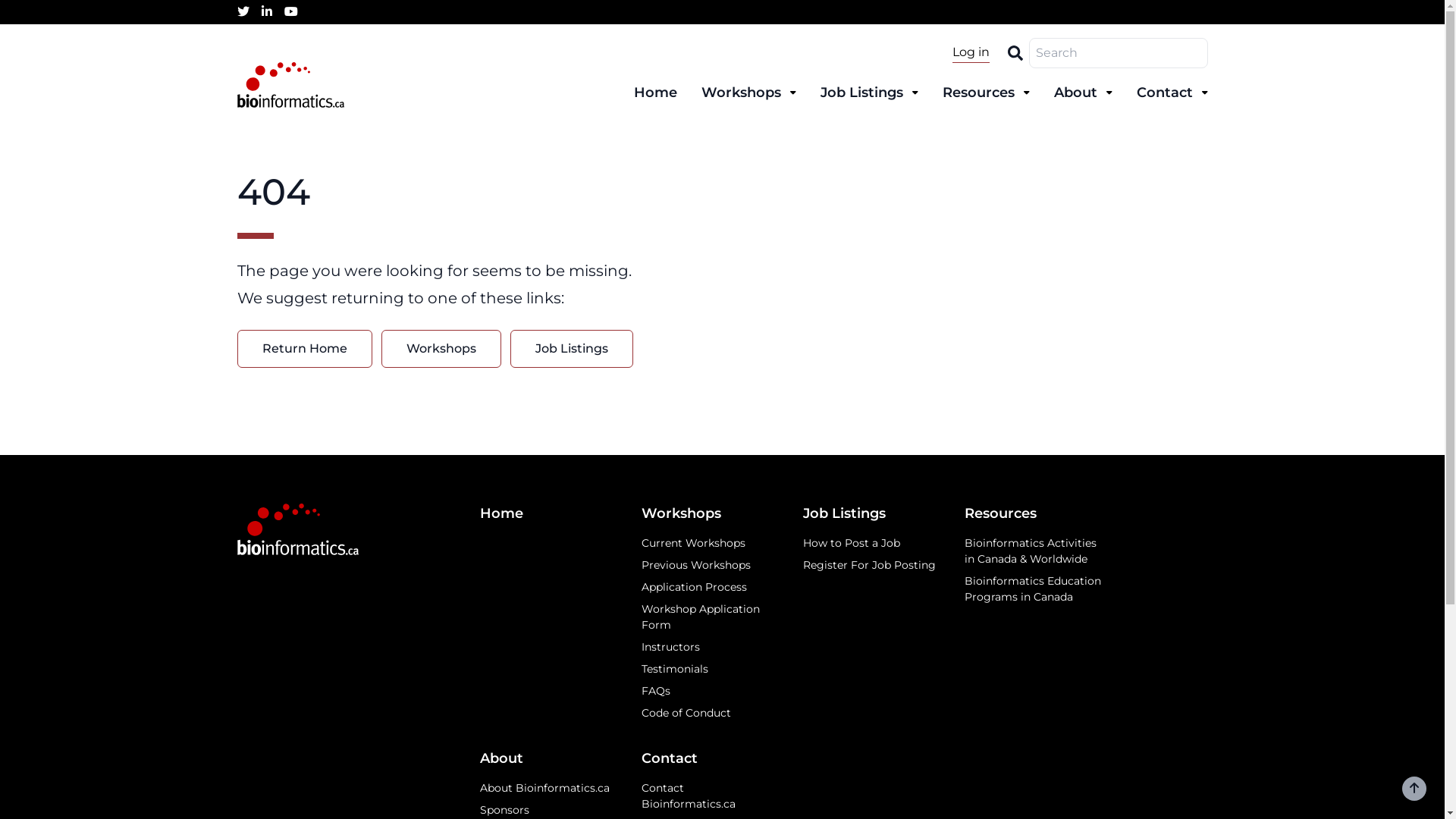 Image resolution: width=1456 pixels, height=819 pixels. Describe the element at coordinates (710, 668) in the screenshot. I see `'Testimonials'` at that location.